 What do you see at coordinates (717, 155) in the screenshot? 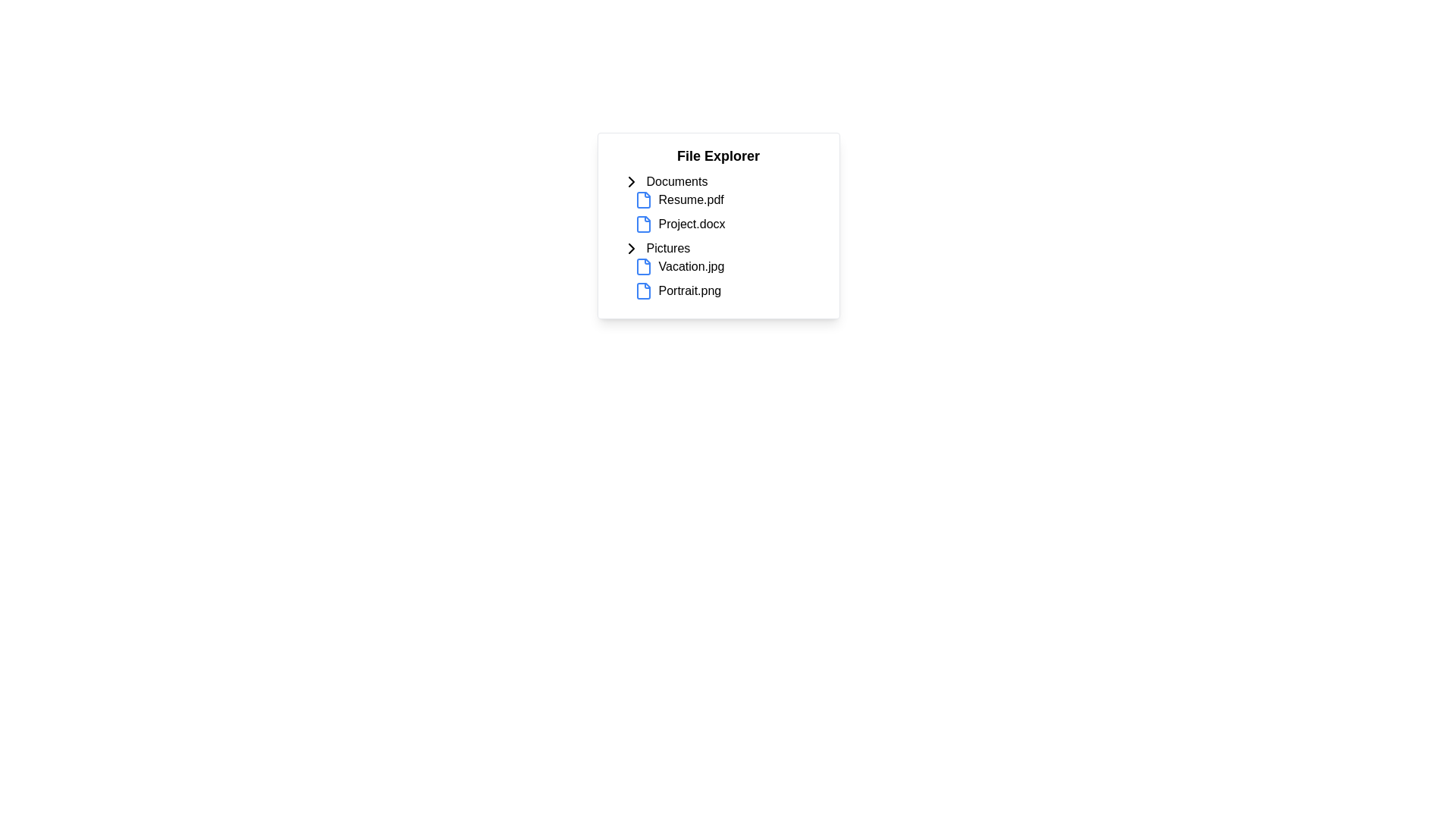
I see `the label that serves as the title for the file browsing interface, located at the top of the visible panel, above the list of folders and files` at bounding box center [717, 155].